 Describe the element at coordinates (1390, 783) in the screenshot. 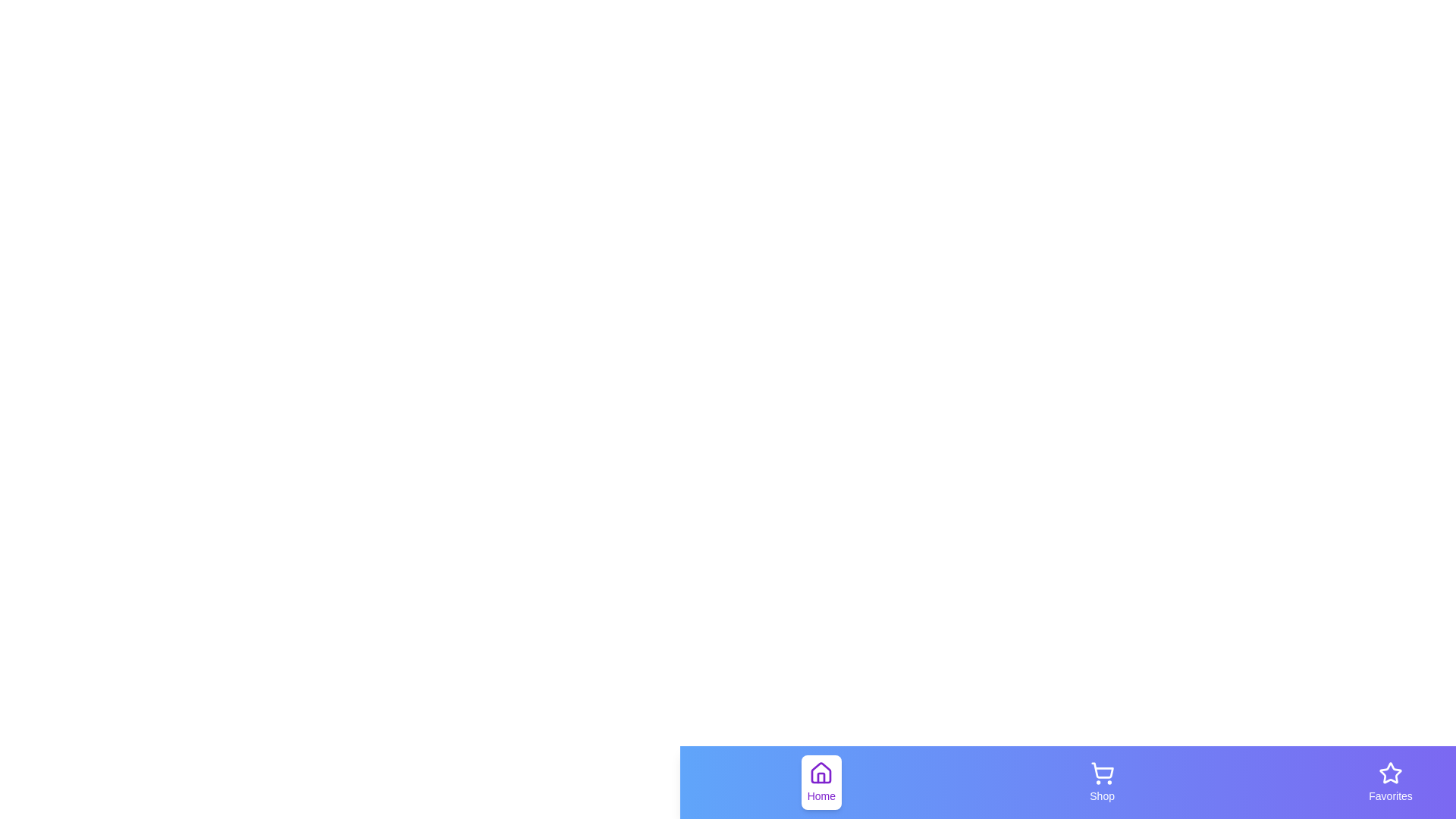

I see `the tab labeled Favorites to select it` at that location.